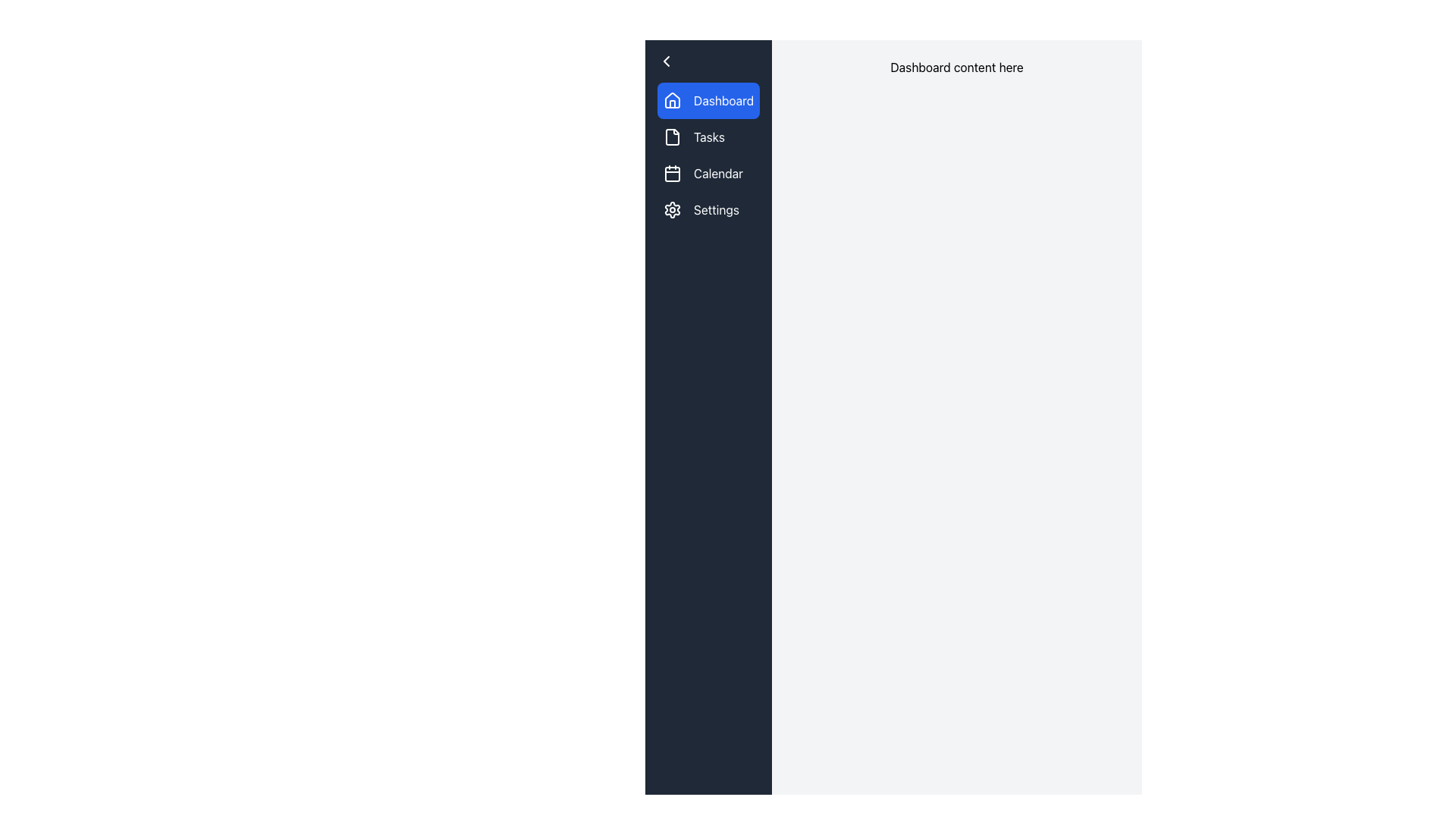  I want to click on the navigation button located immediately below the 'Dashboard' item and above the 'Calendar' item, so click(708, 137).